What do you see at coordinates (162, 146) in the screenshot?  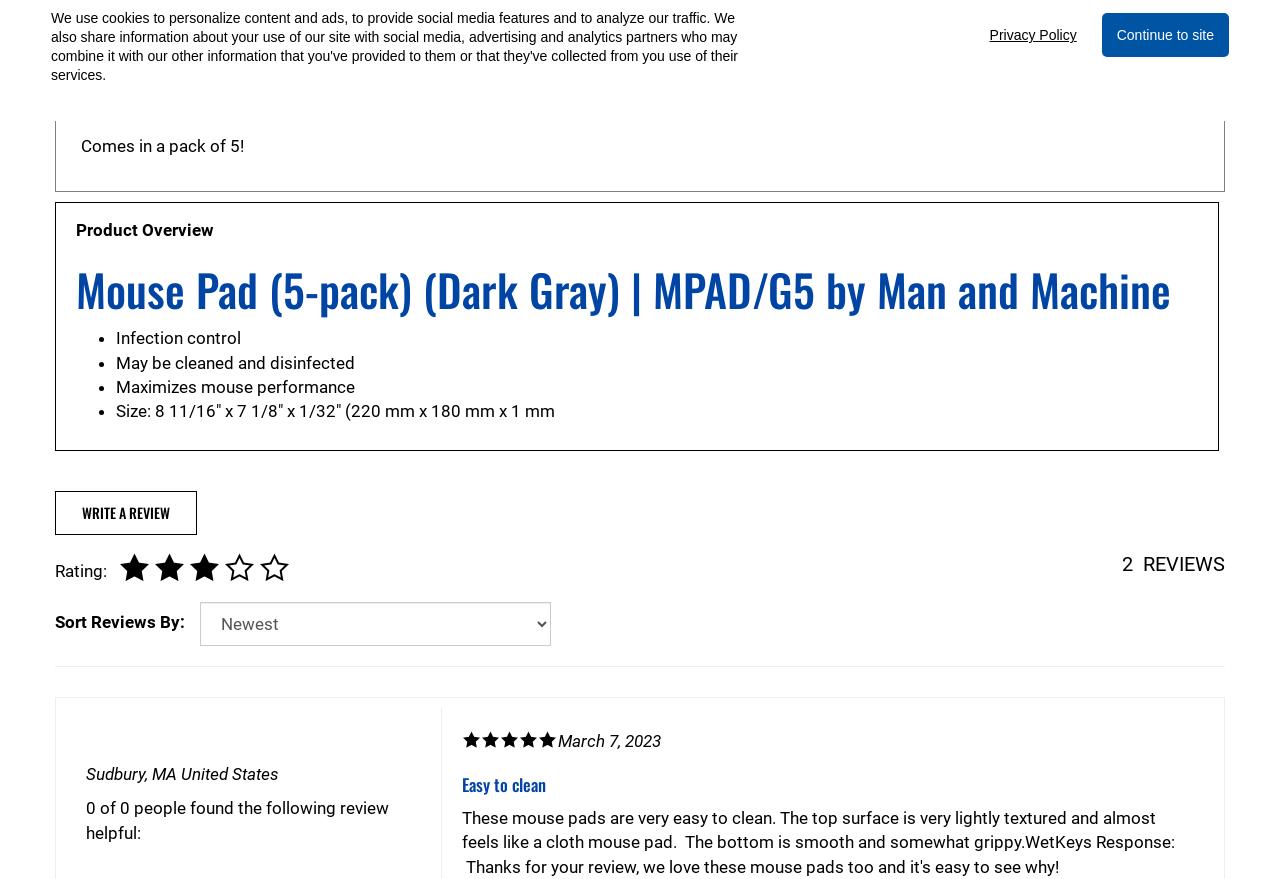 I see `'Comes in a pack of 5!'` at bounding box center [162, 146].